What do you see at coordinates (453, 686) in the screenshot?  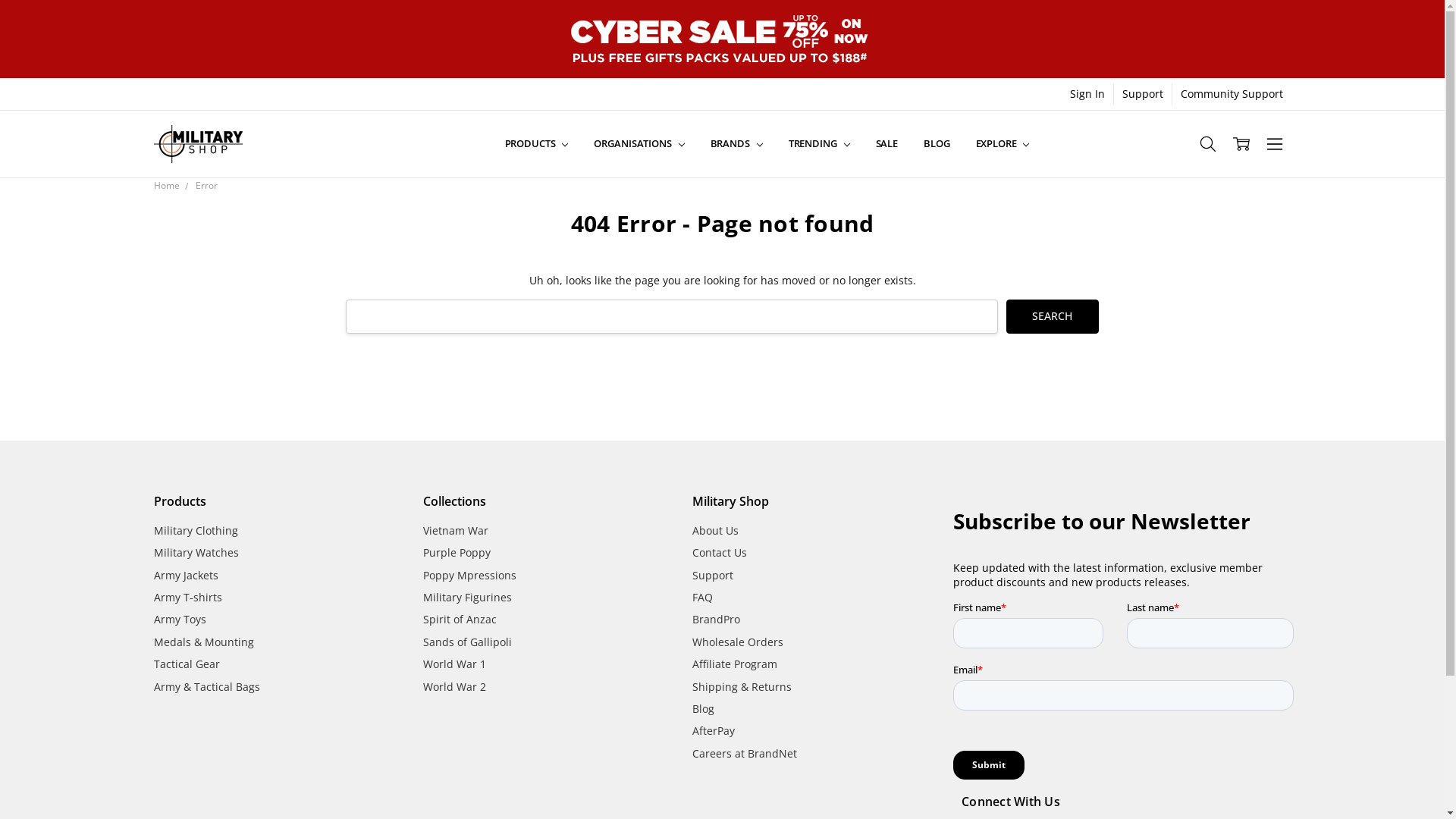 I see `'World War 2'` at bounding box center [453, 686].